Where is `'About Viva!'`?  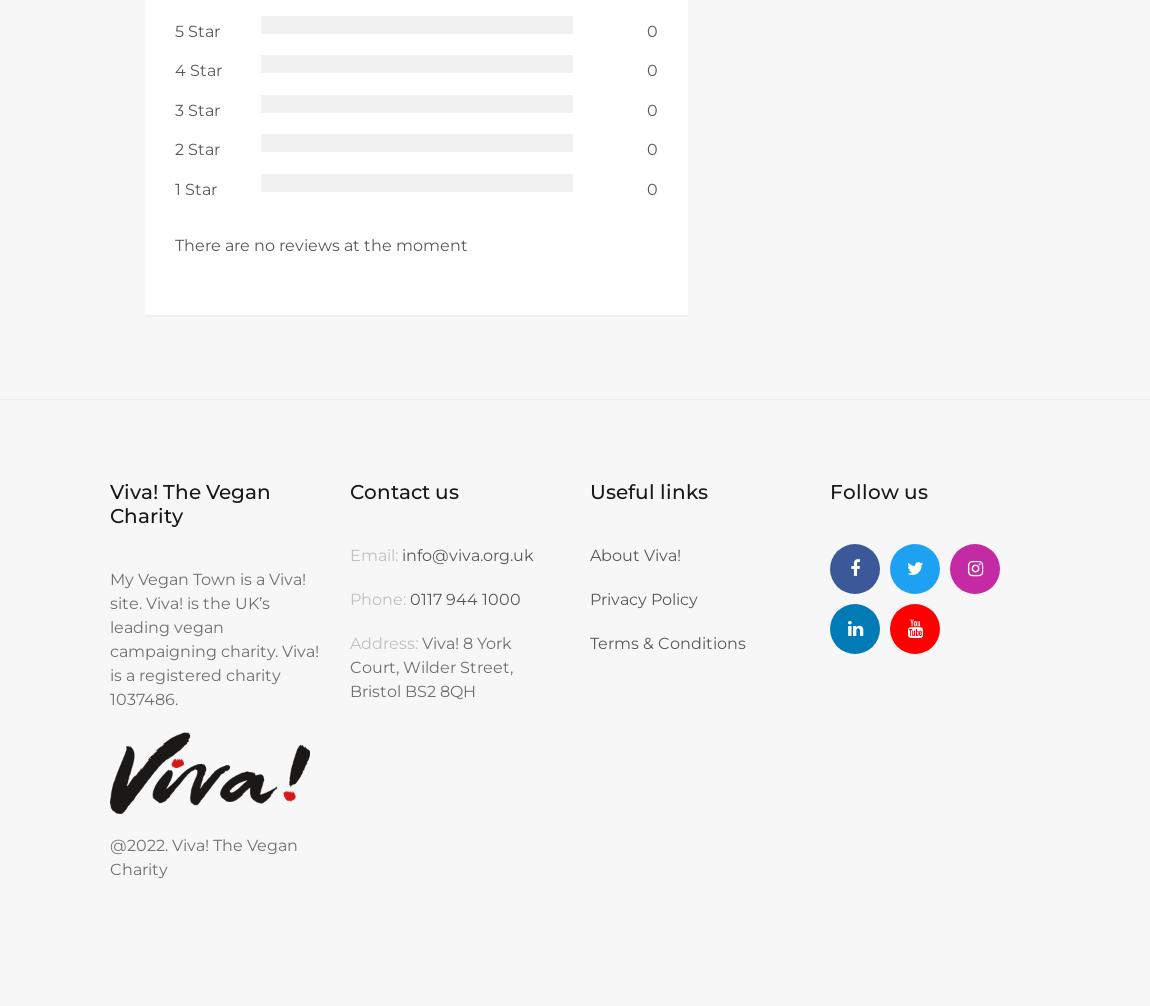 'About Viva!' is located at coordinates (634, 555).